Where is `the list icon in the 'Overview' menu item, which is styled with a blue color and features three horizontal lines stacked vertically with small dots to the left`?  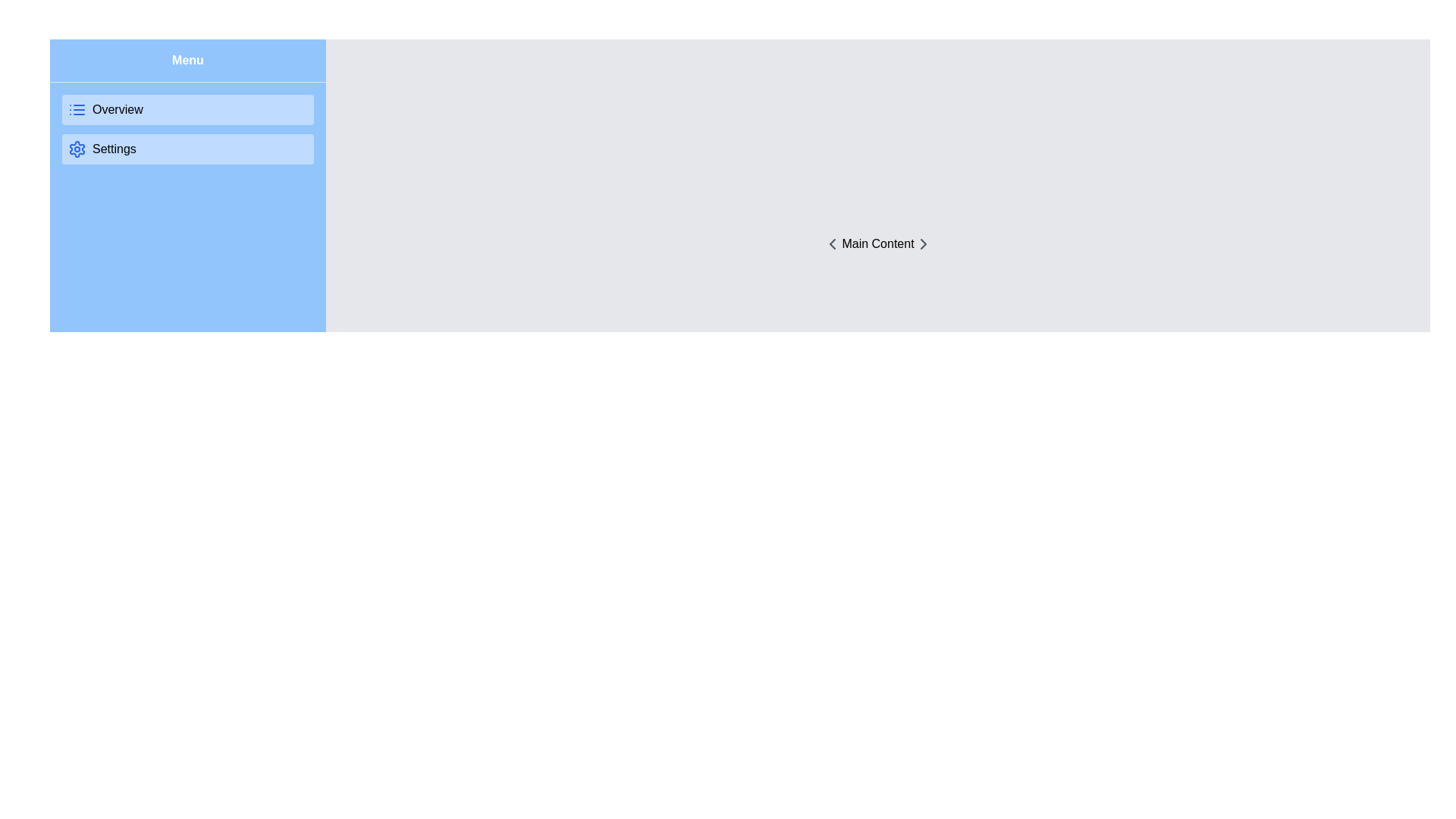 the list icon in the 'Overview' menu item, which is styled with a blue color and features three horizontal lines stacked vertically with small dots to the left is located at coordinates (76, 109).